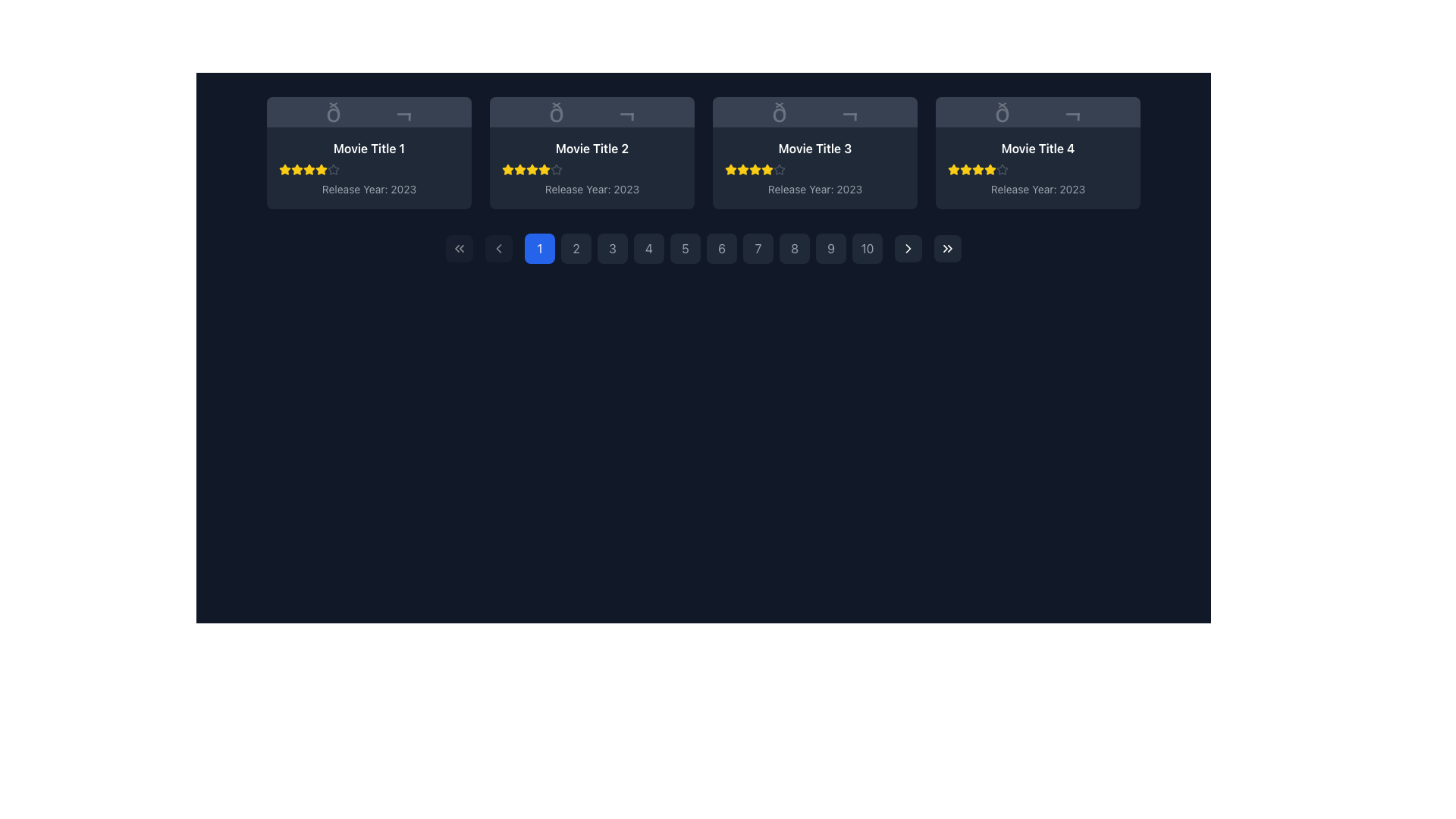  Describe the element at coordinates (498, 247) in the screenshot. I see `the Navigation Chevron icon located in the lower section of the interface, adjacent to the button labeled '1'` at that location.